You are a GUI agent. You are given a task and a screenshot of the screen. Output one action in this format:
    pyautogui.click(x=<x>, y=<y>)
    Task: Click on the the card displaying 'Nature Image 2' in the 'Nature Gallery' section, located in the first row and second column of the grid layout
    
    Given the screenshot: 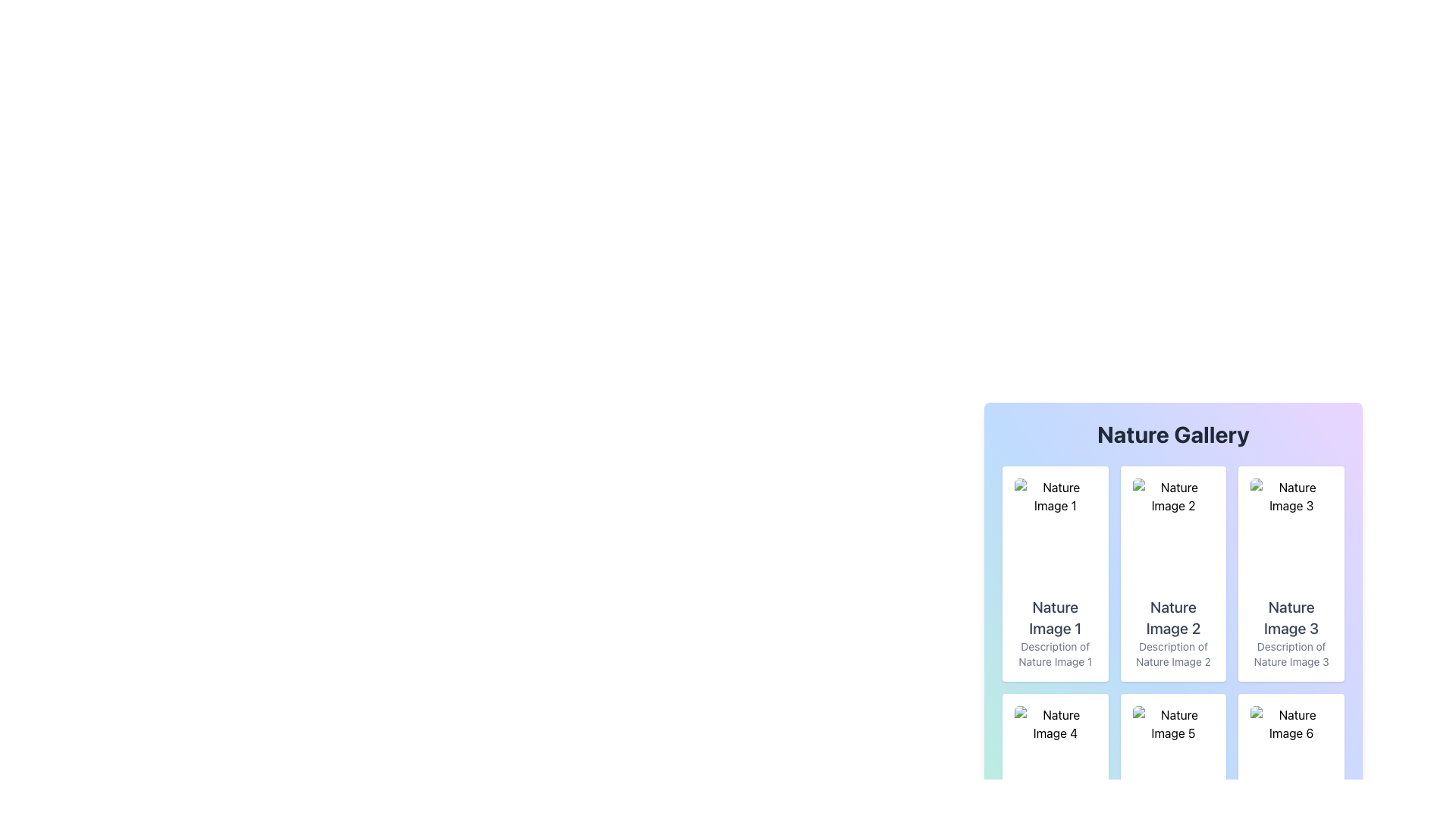 What is the action you would take?
    pyautogui.click(x=1172, y=581)
    